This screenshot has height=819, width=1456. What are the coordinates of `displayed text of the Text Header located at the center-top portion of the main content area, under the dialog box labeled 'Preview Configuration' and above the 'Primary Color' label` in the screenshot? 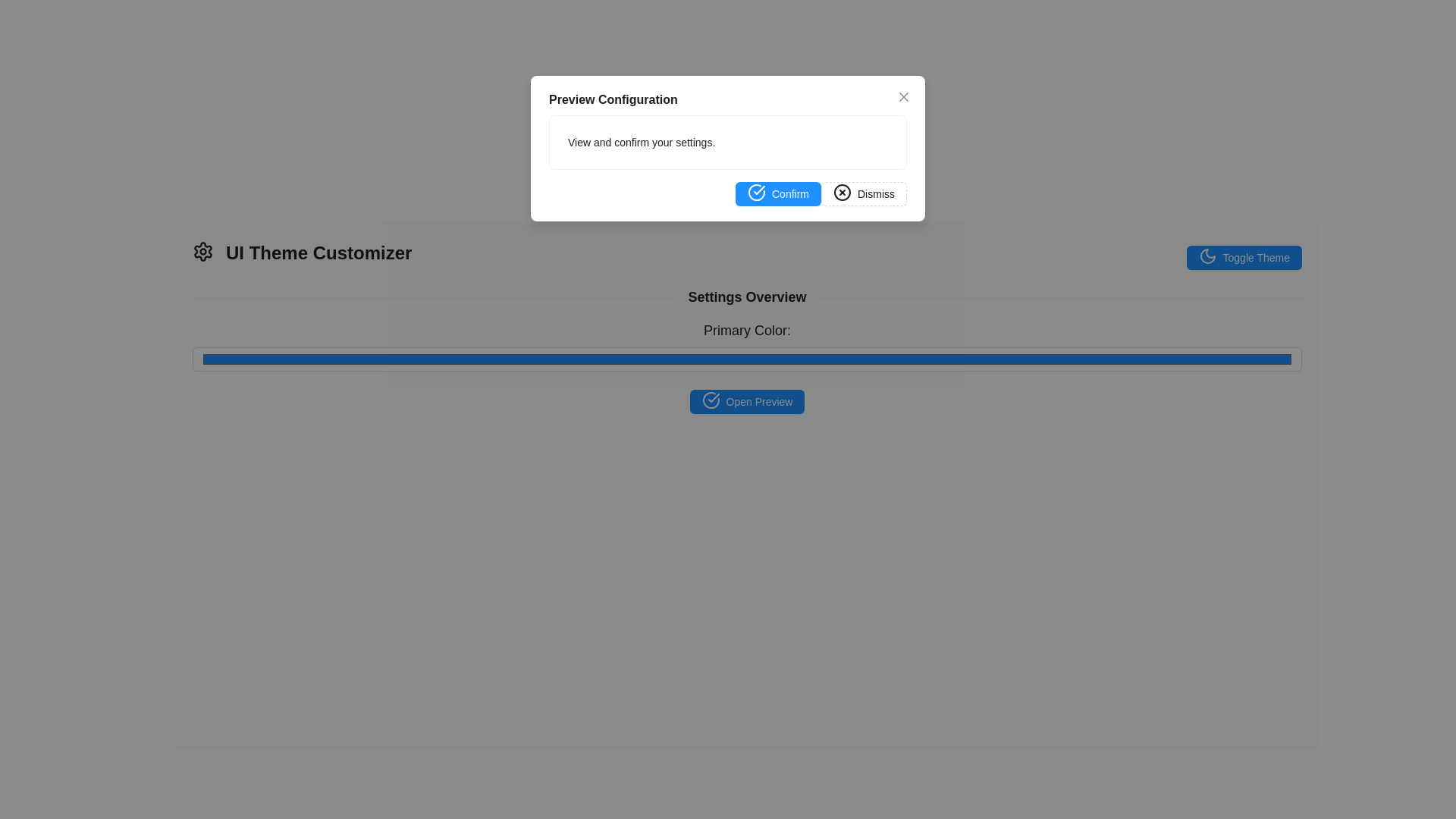 It's located at (747, 297).